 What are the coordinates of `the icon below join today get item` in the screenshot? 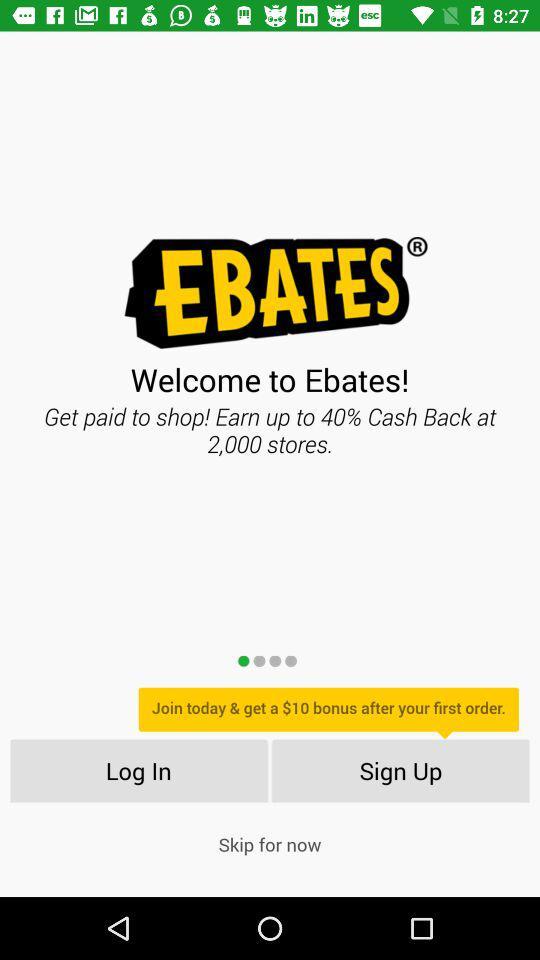 It's located at (137, 769).